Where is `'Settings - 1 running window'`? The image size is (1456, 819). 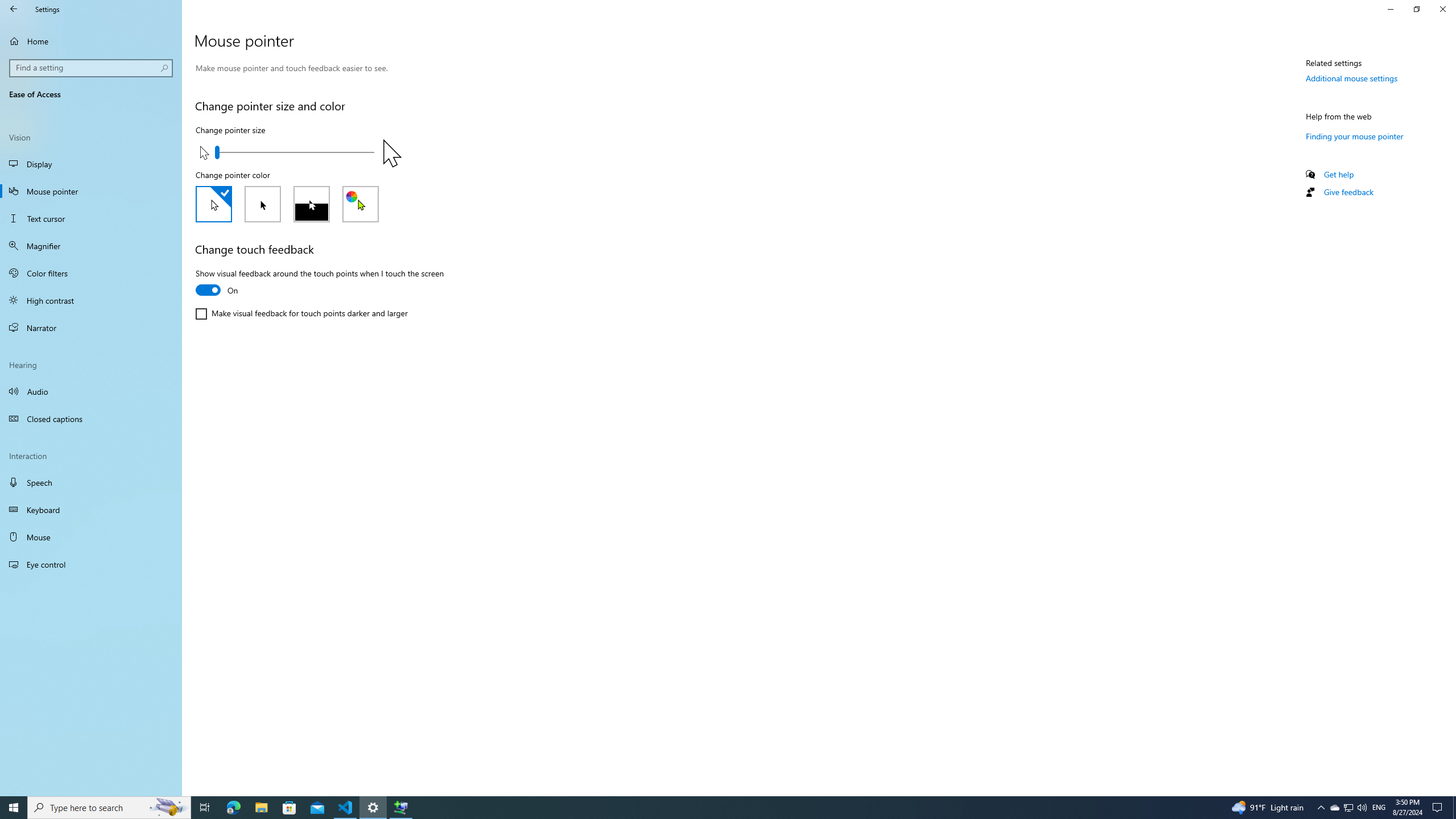 'Settings - 1 running window' is located at coordinates (373, 806).